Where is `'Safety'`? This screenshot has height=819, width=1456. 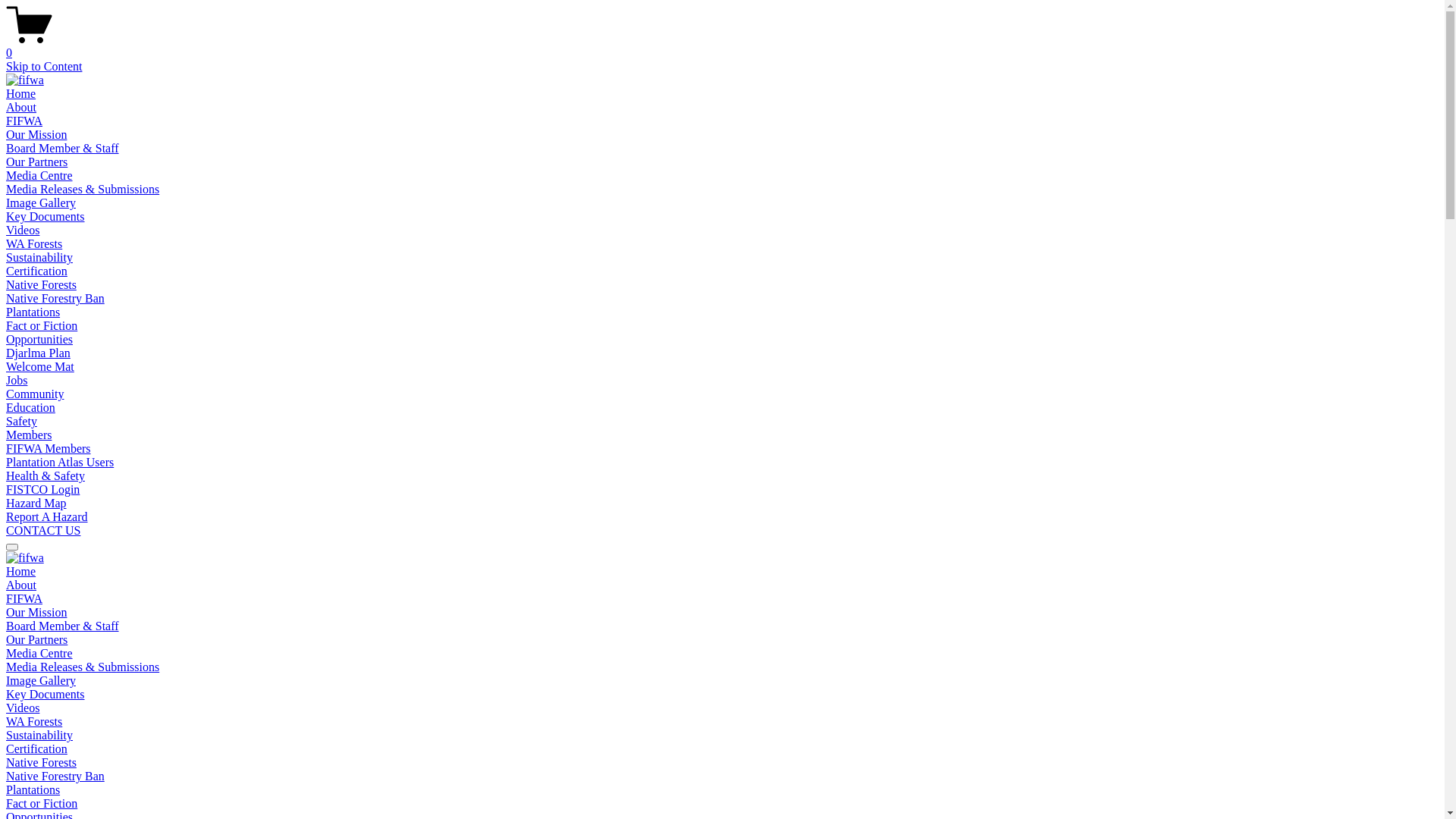
'Safety' is located at coordinates (21, 421).